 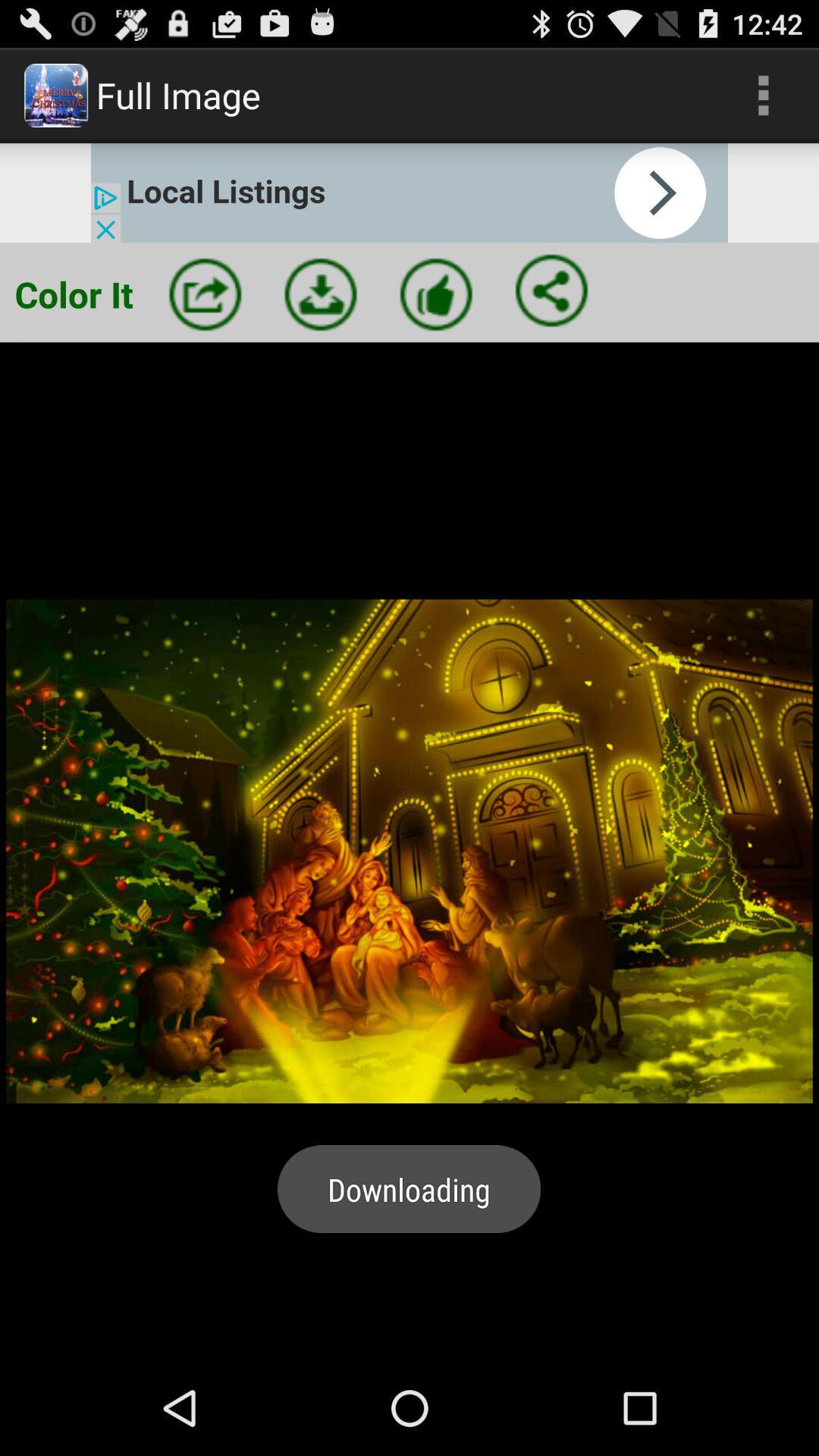 I want to click on share with contacts, so click(x=551, y=290).